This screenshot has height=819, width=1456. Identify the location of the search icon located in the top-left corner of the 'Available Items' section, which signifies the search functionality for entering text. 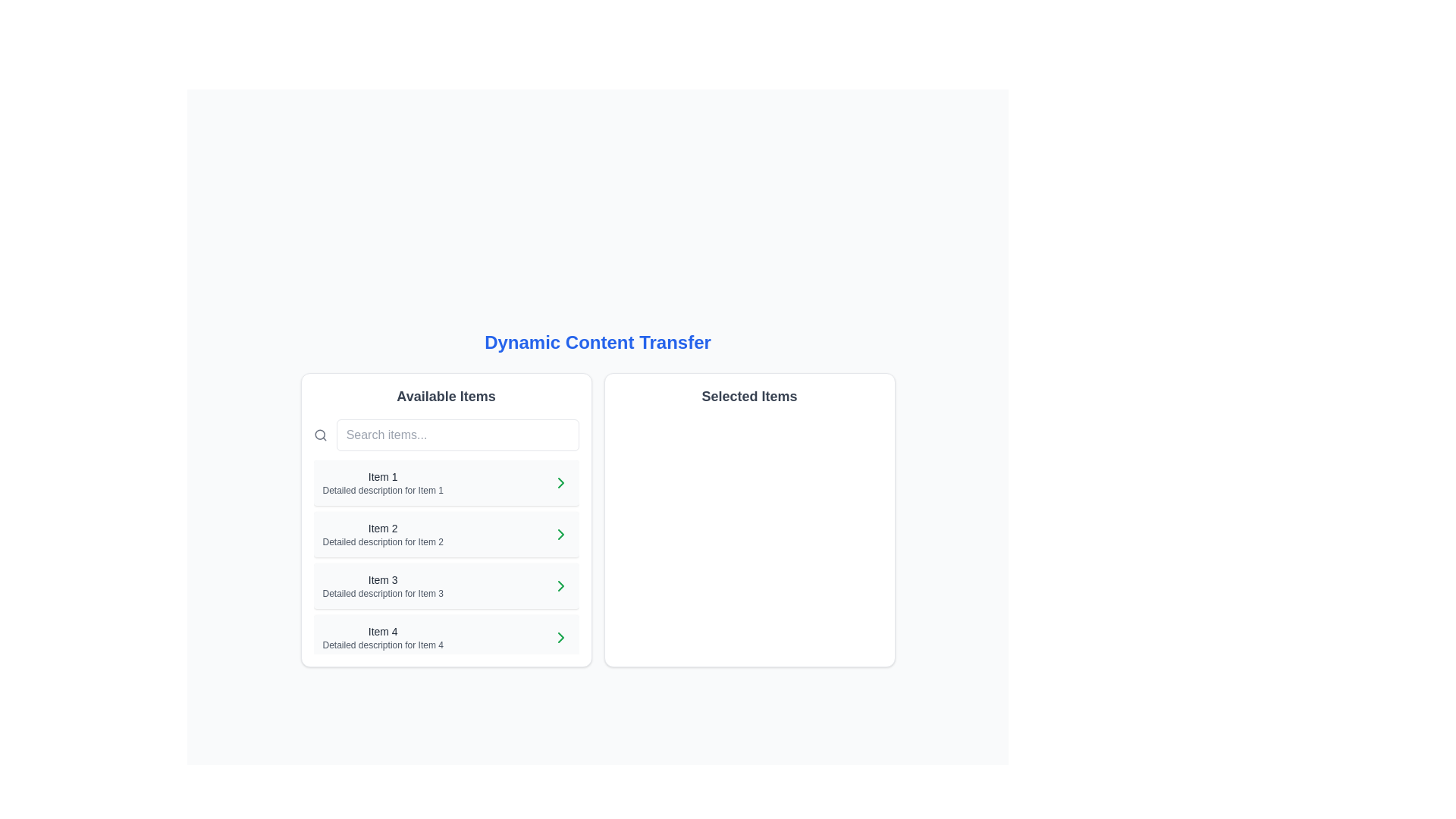
(319, 435).